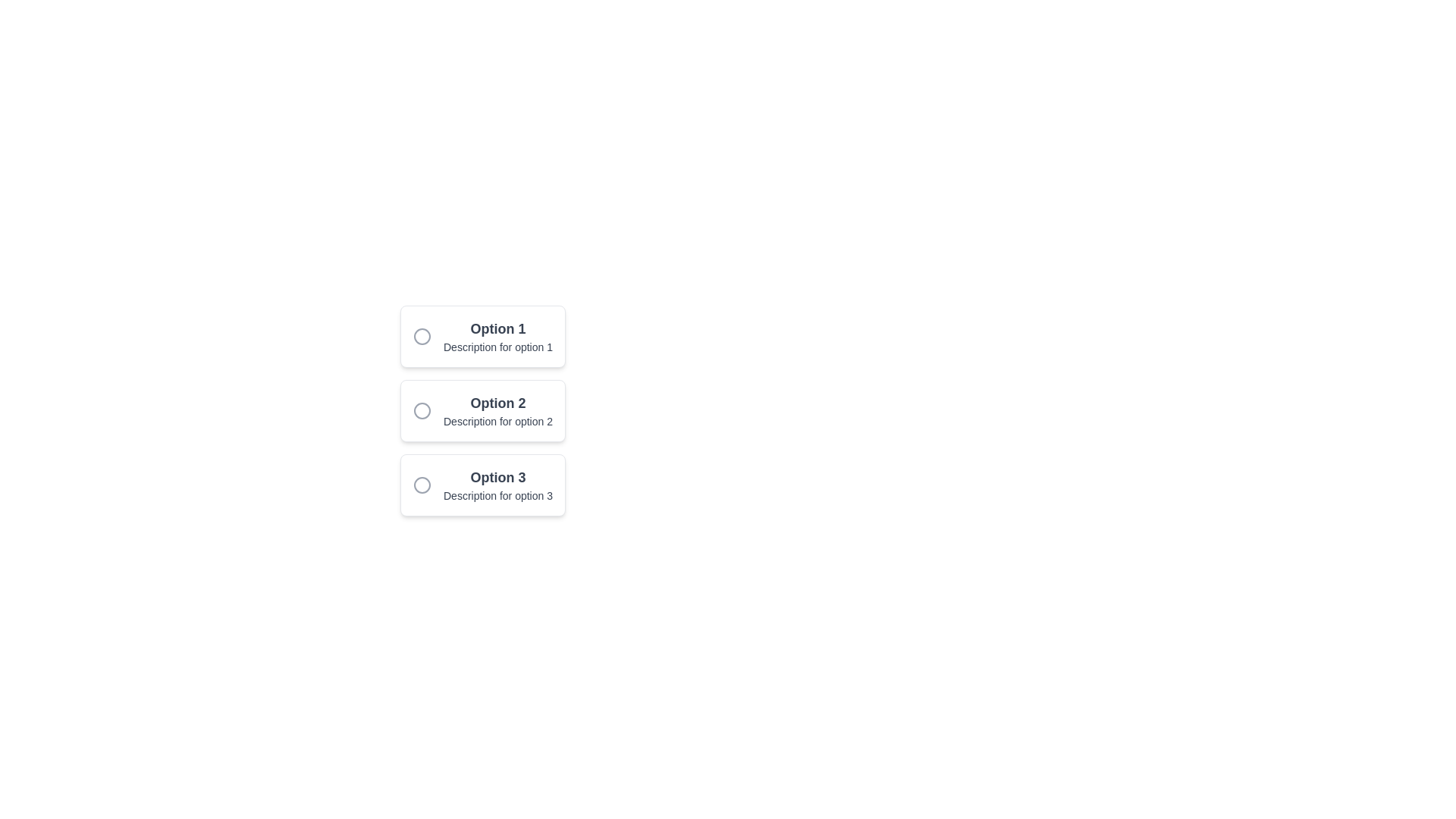 The height and width of the screenshot is (819, 1456). I want to click on the second radio button in the vertically stacked group, so click(482, 411).